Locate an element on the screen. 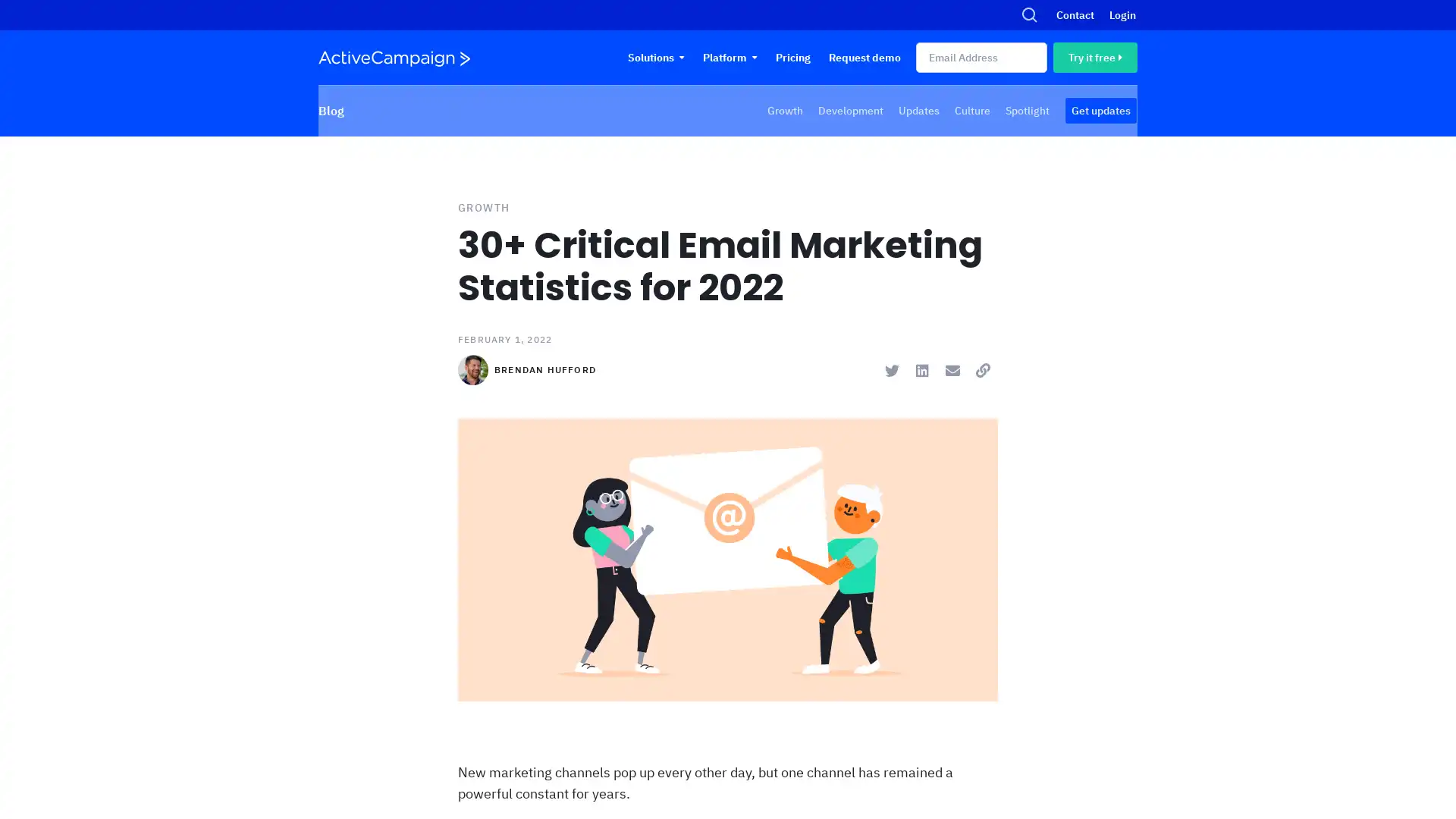 Image resolution: width=1456 pixels, height=819 pixels. Show sub menu is located at coordinates (754, 57).